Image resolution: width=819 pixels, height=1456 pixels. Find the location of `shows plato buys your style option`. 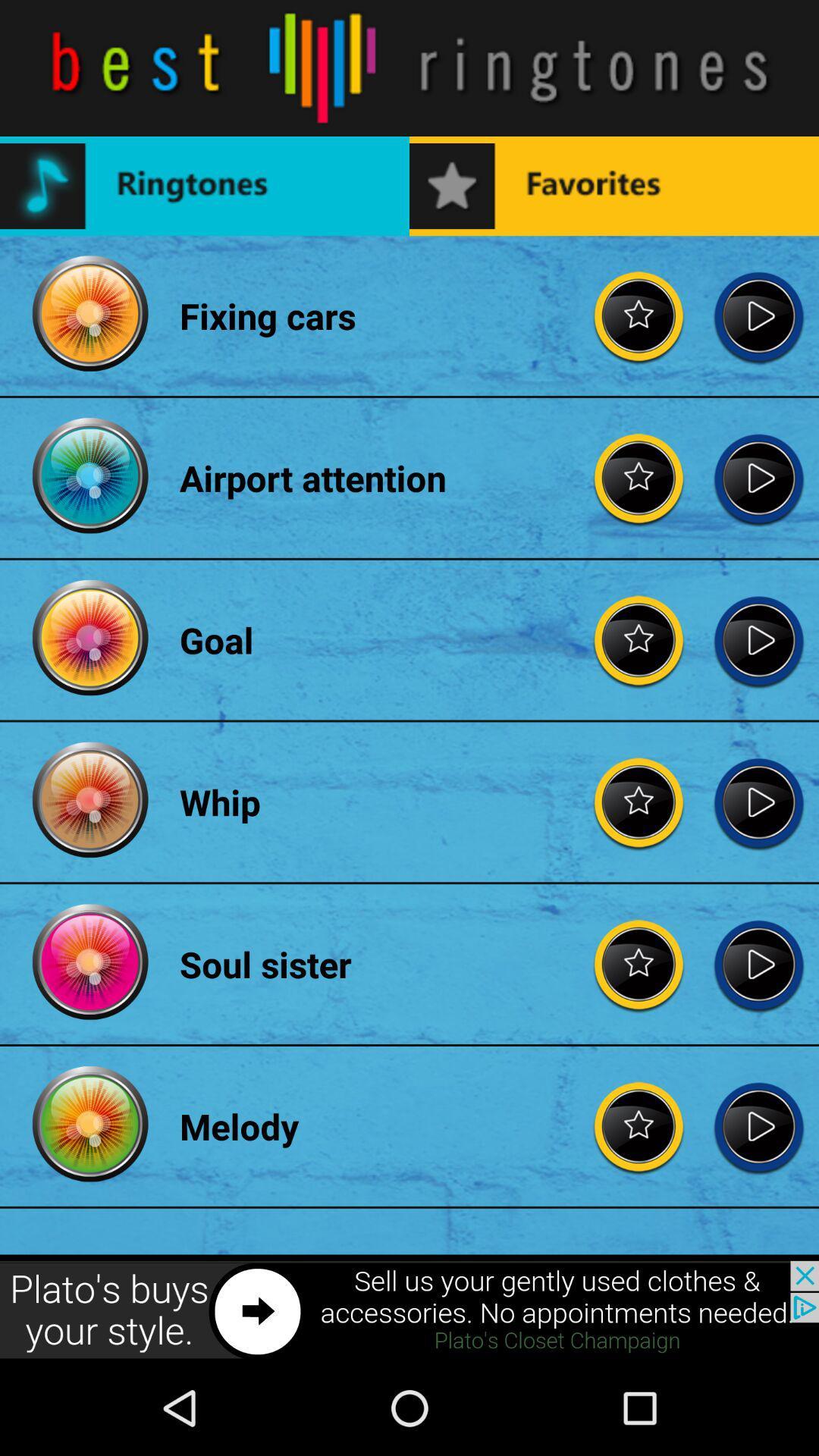

shows plato buys your style option is located at coordinates (409, 1310).